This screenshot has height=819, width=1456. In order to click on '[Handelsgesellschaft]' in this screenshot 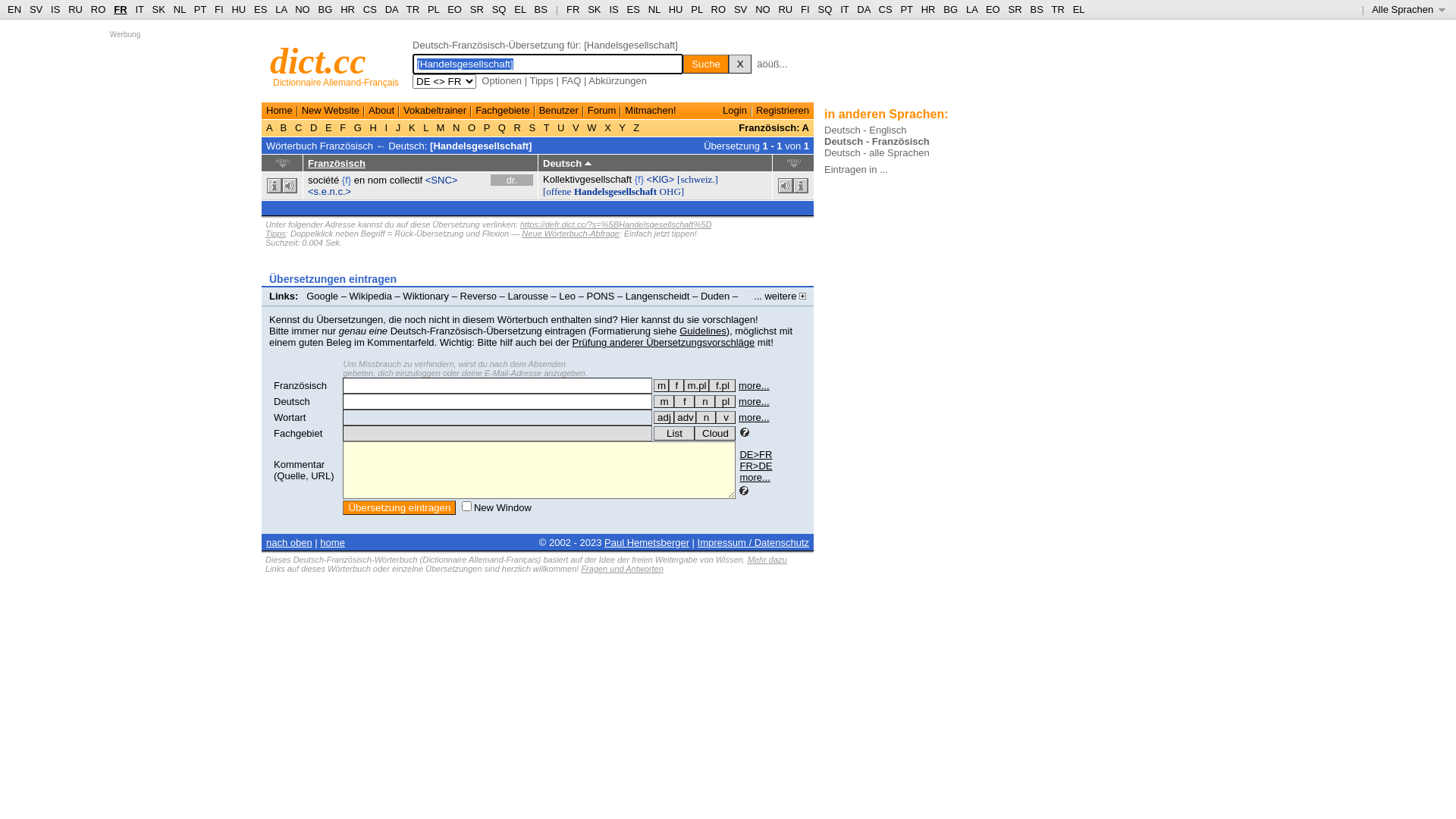, I will do `click(479, 145)`.